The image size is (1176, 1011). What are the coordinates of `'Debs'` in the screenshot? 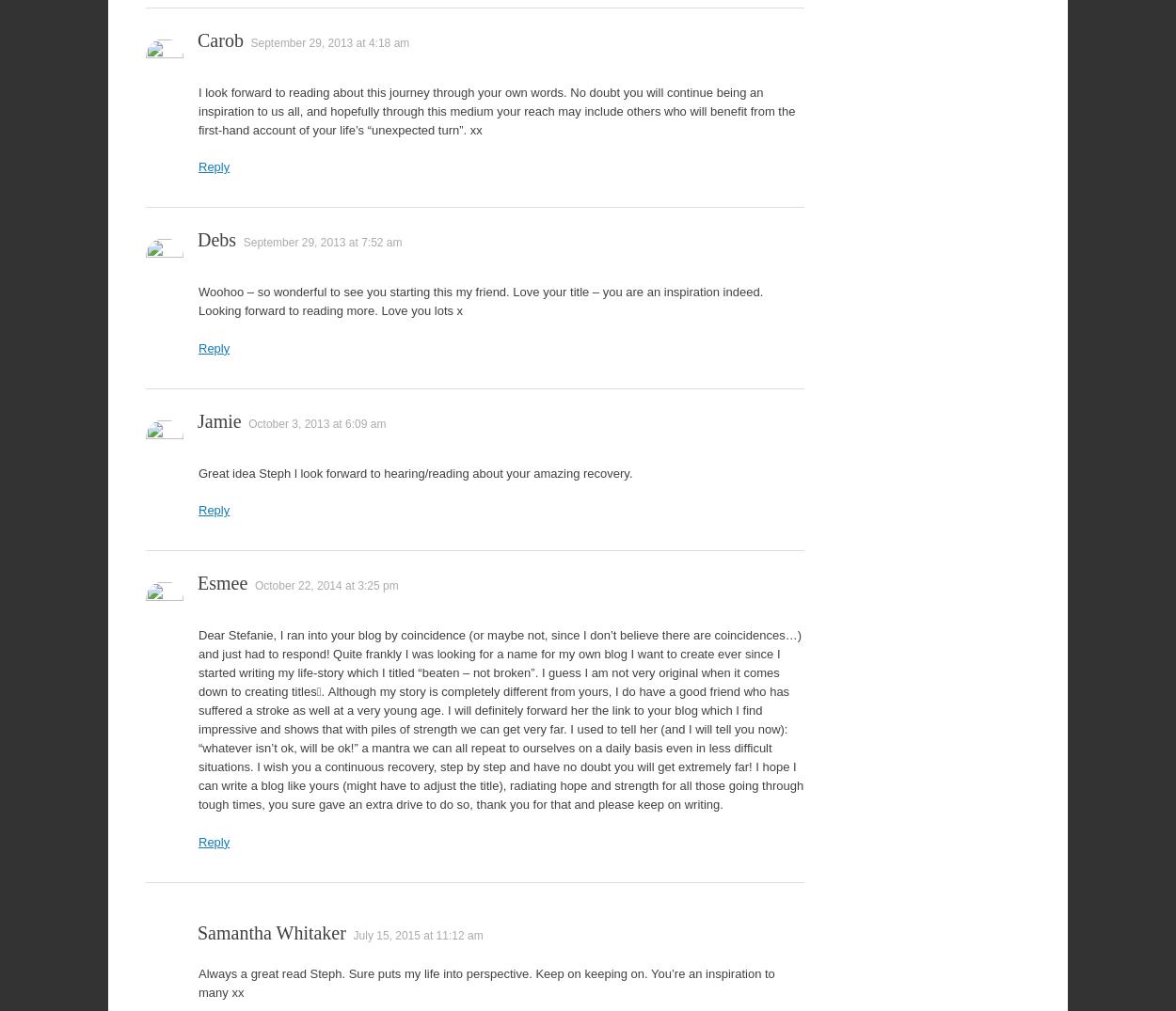 It's located at (215, 239).